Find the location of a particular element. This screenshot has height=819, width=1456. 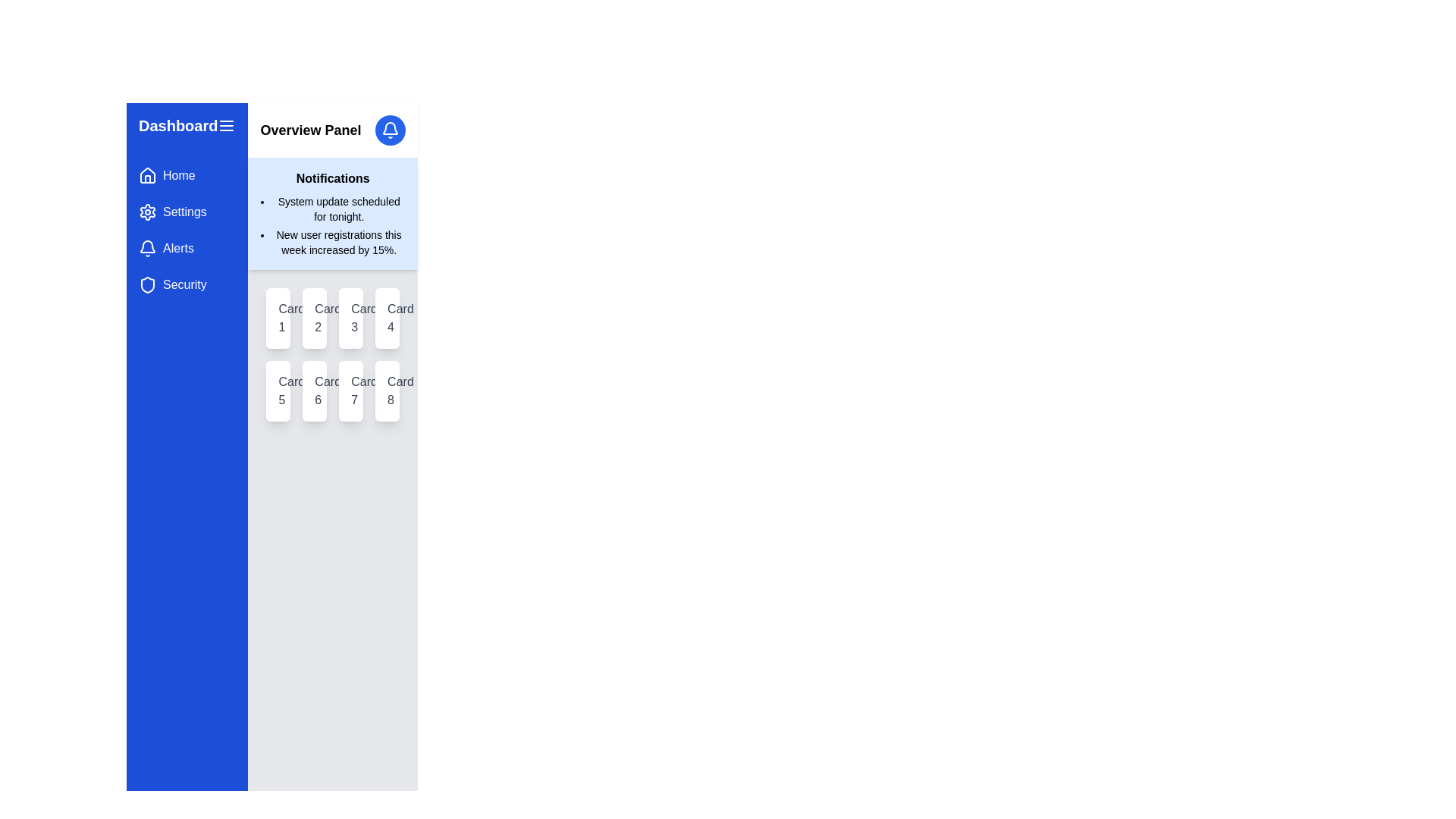

the interactive notifications button located in the top-right corner of the 'Overview Panel' is located at coordinates (390, 130).